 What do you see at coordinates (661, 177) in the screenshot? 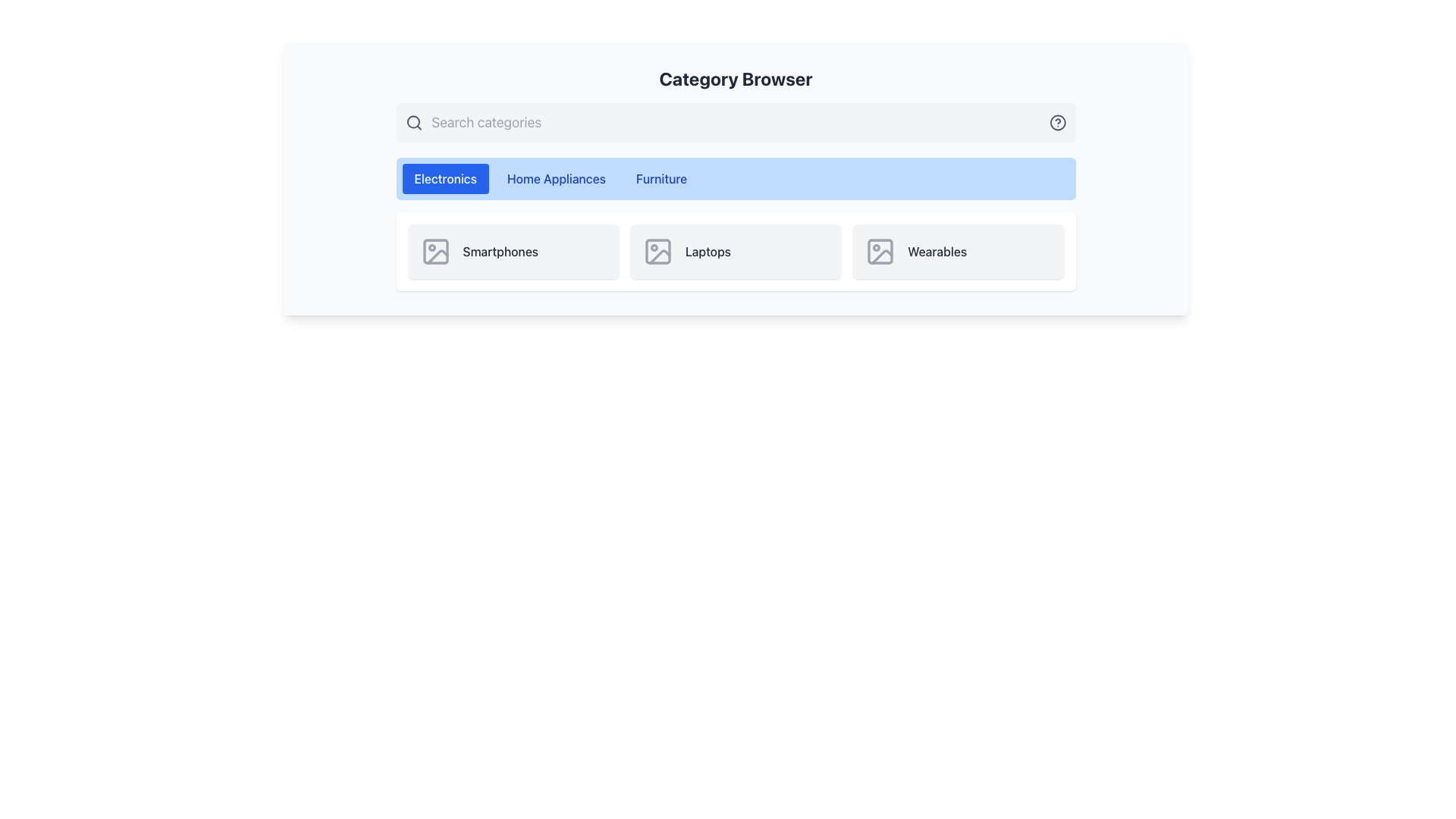
I see `the 'Furniture' tab button, which is the third tab in the horizontal list of tabs located in the upper-center part of the interface` at bounding box center [661, 177].